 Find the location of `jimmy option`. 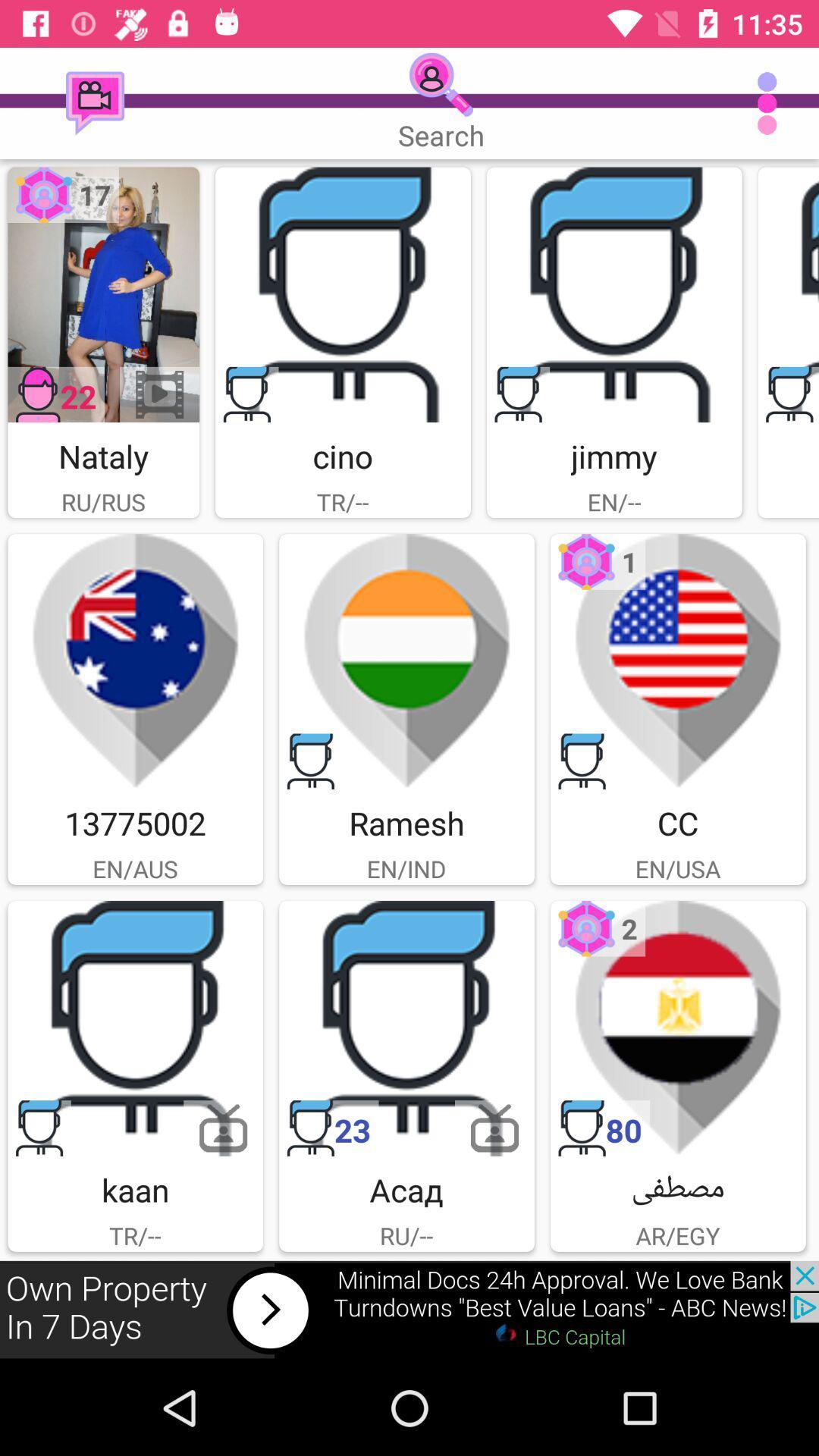

jimmy option is located at coordinates (614, 294).